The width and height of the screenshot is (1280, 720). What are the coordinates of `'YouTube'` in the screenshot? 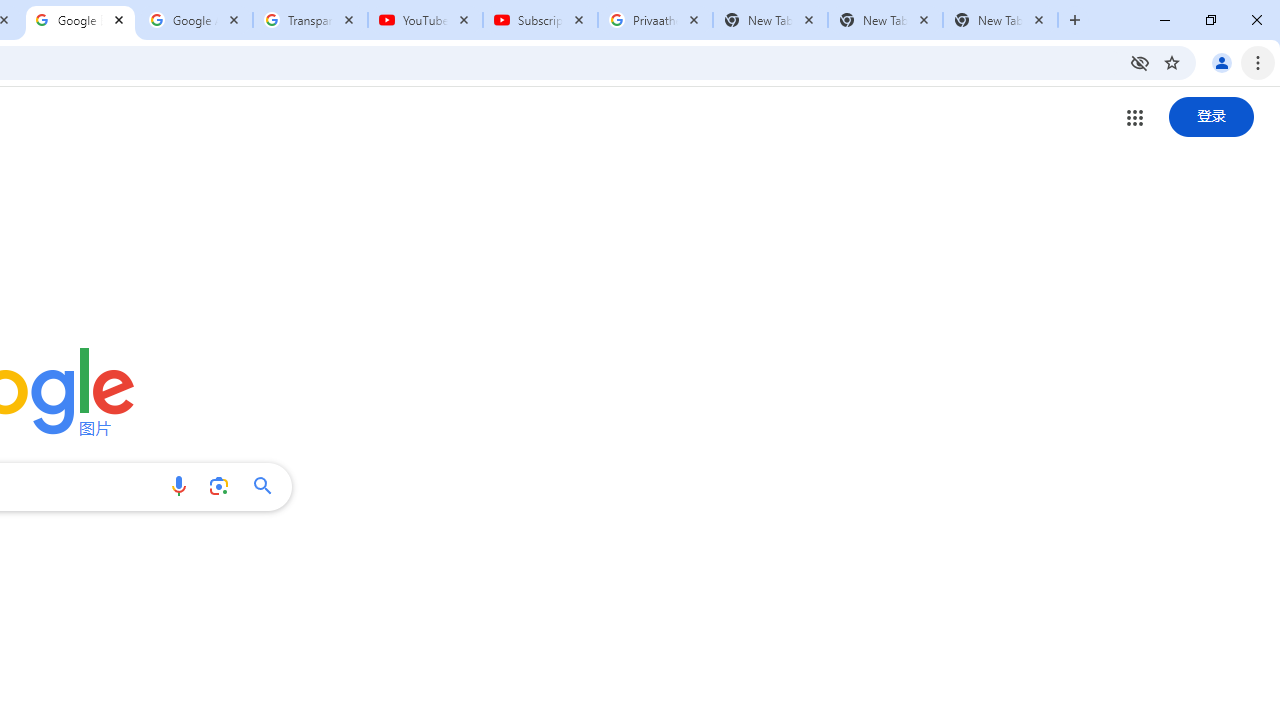 It's located at (423, 20).